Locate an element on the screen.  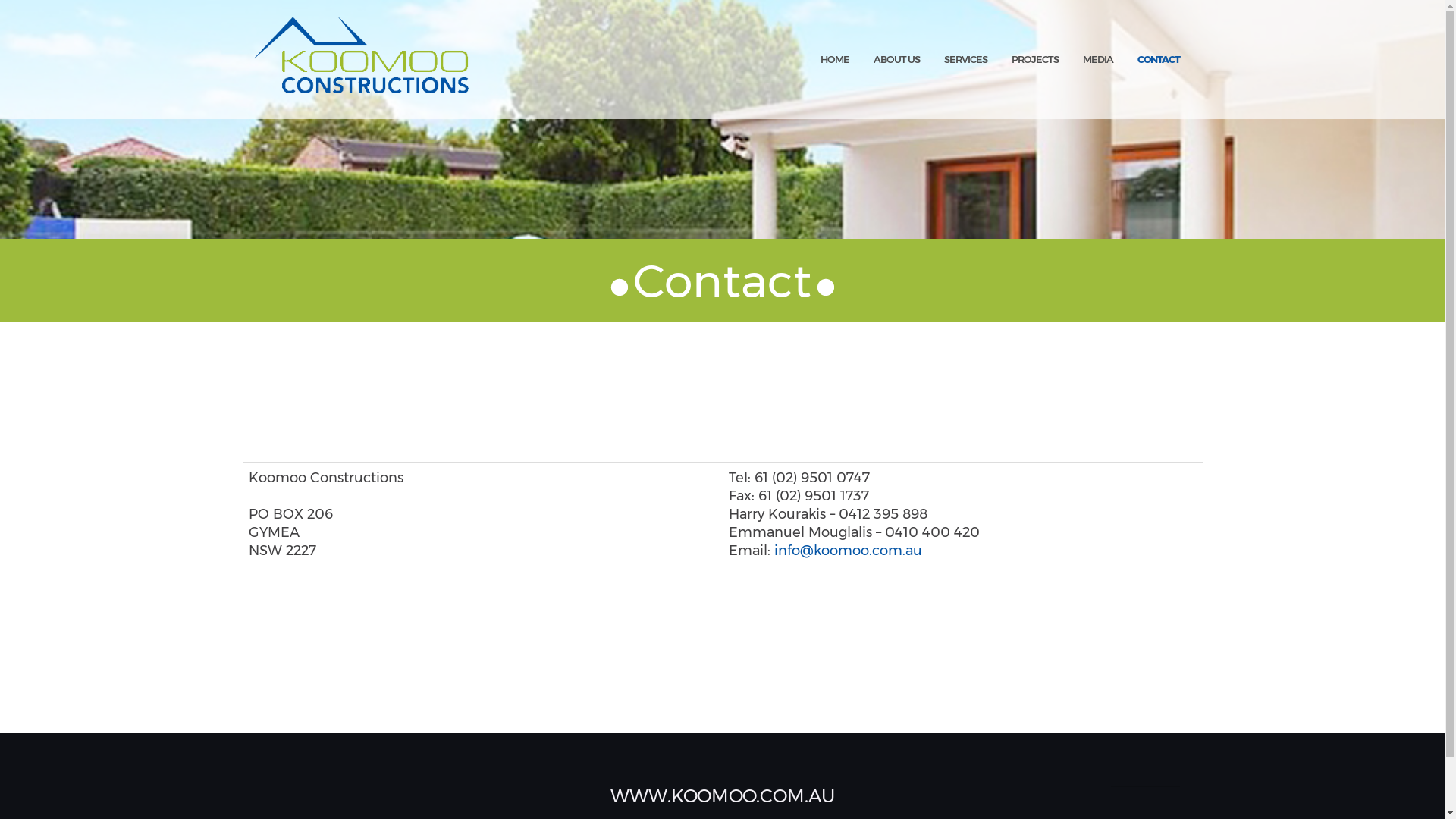
'CONTACT' is located at coordinates (1157, 59).